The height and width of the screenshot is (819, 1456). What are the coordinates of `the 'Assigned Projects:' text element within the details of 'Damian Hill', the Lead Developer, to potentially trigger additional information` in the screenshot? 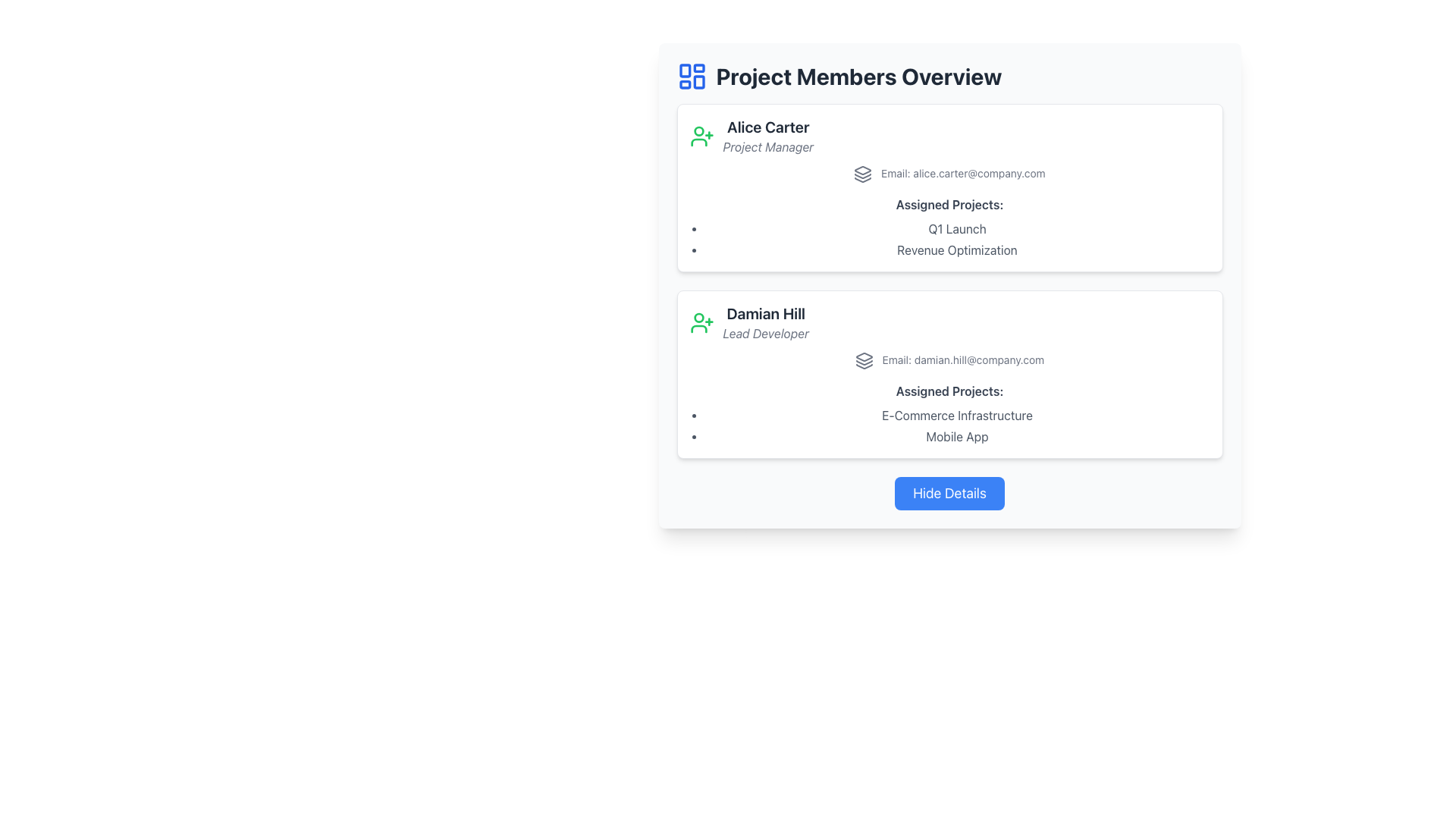 It's located at (949, 414).